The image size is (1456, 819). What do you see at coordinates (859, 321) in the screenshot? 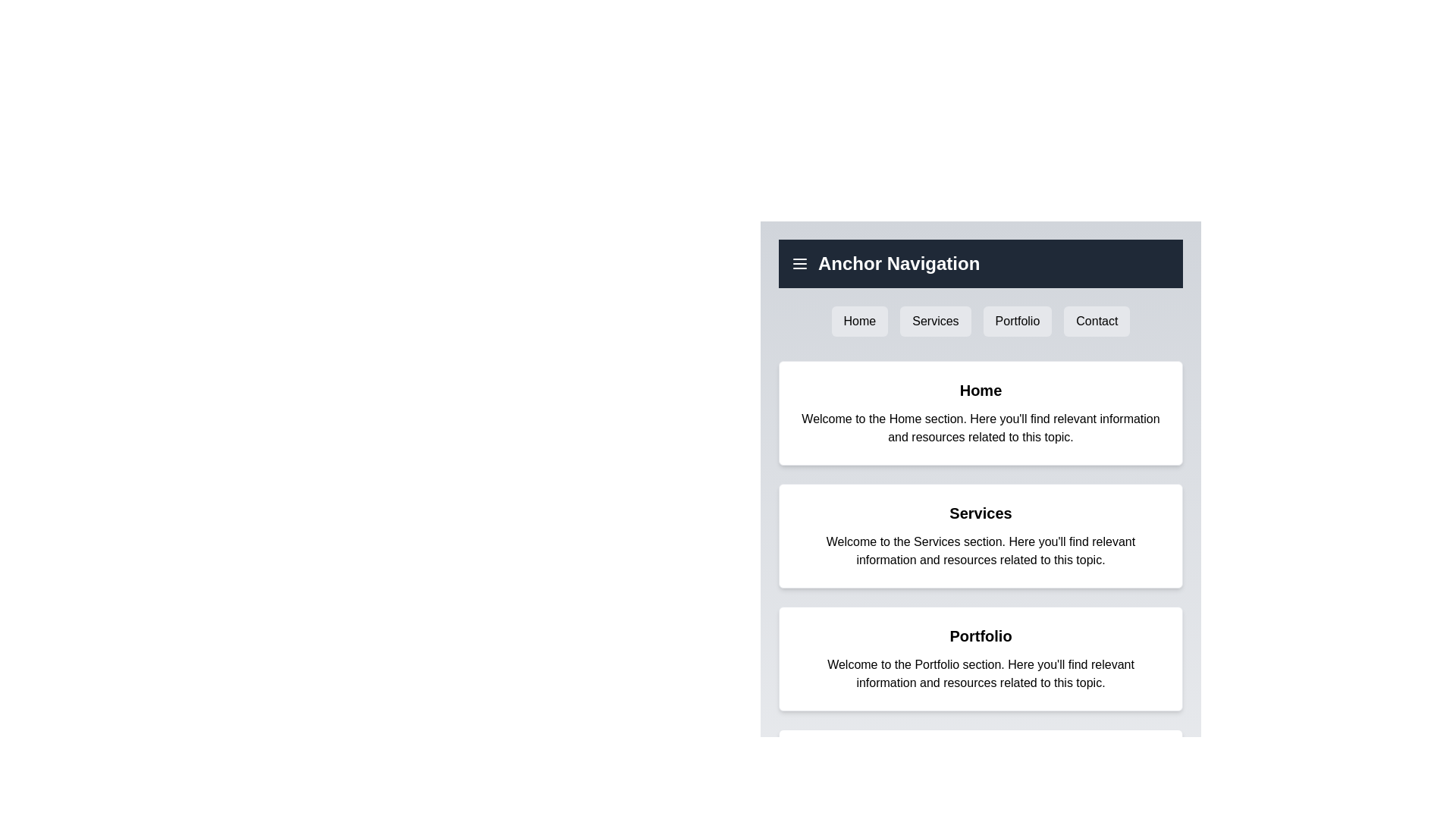
I see `the 'Home' navigation link in the top navigation bar` at bounding box center [859, 321].